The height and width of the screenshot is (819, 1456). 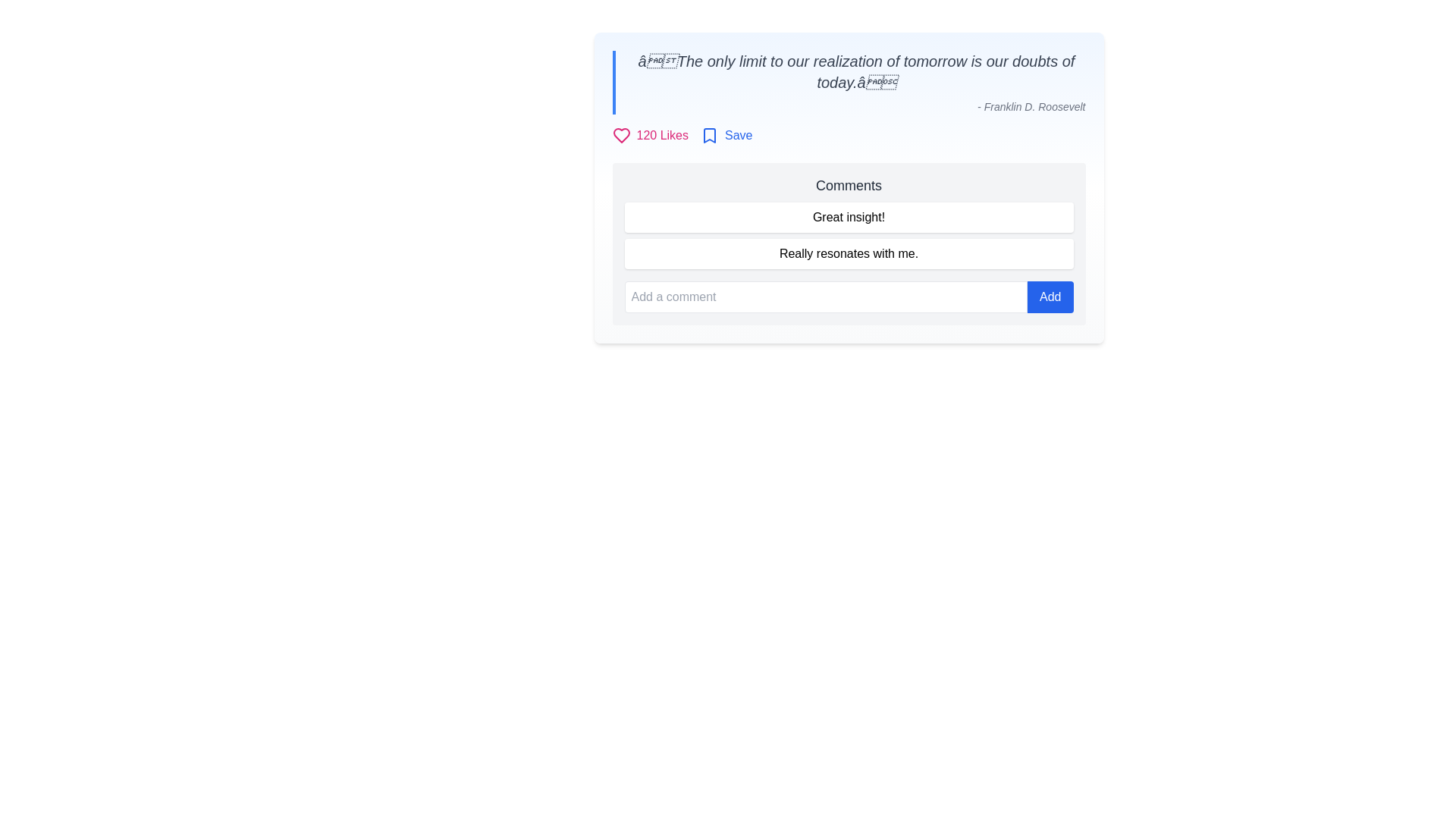 What do you see at coordinates (621, 134) in the screenshot?
I see `the red outlined heart icon located to the left of the '120 Likes' text` at bounding box center [621, 134].